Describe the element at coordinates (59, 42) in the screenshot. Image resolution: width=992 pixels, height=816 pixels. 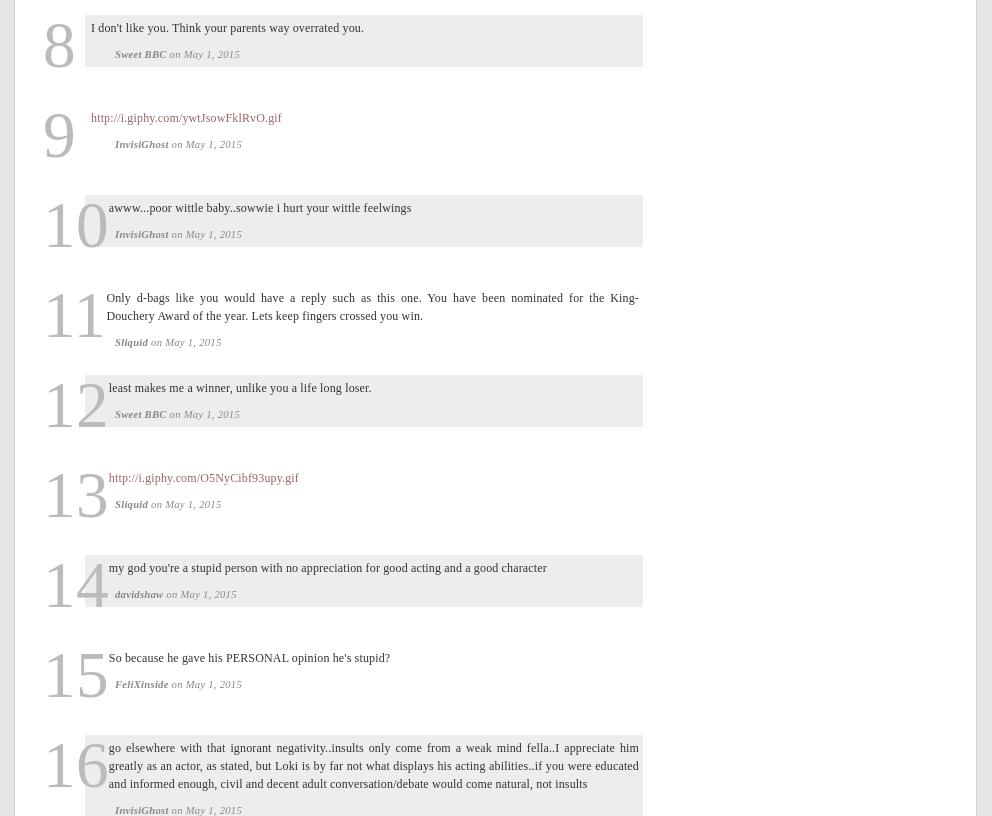
I see `'8'` at that location.